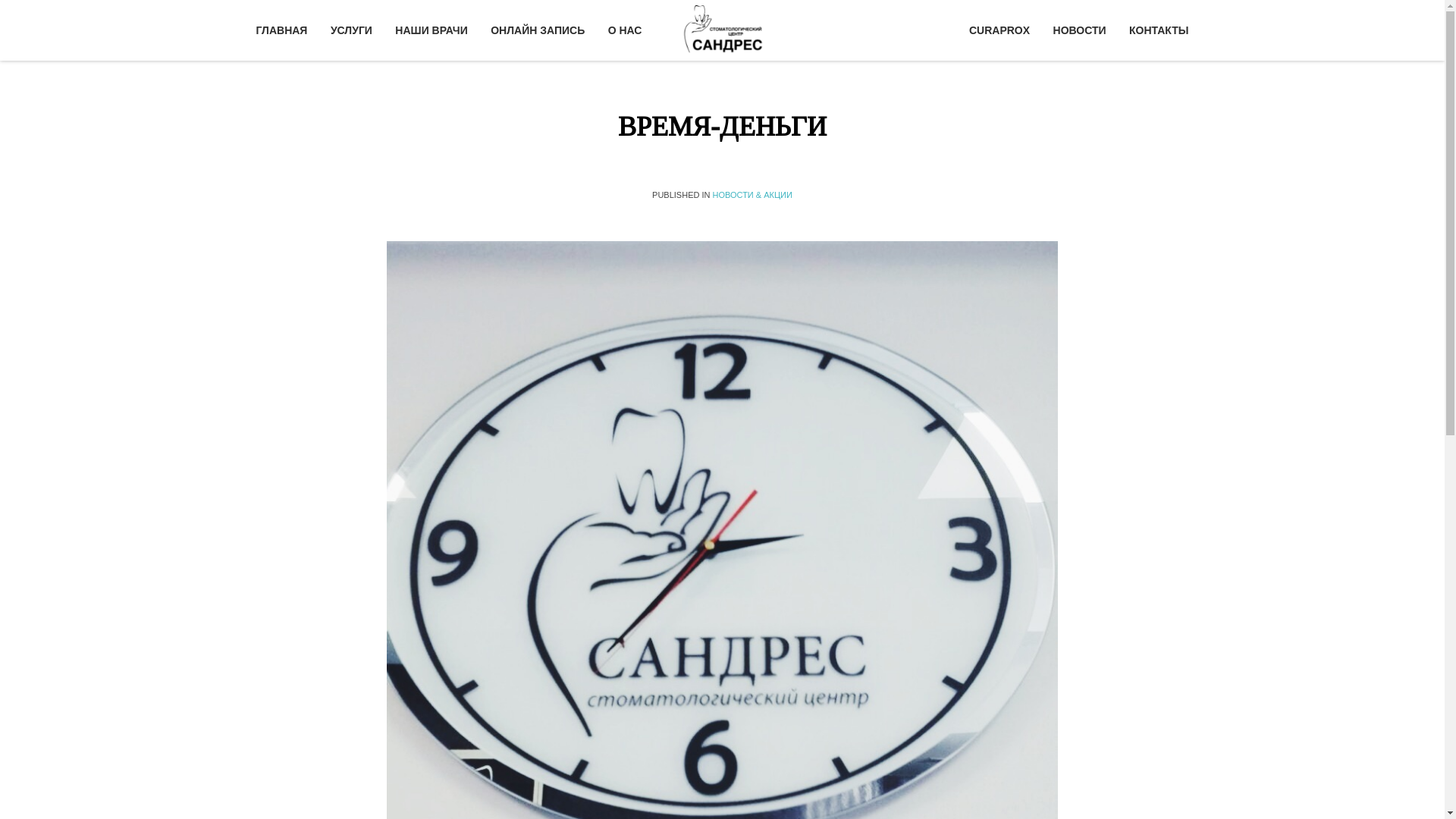 The height and width of the screenshot is (819, 1456). Describe the element at coordinates (1004, 30) in the screenshot. I see `'CURAPROX'` at that location.